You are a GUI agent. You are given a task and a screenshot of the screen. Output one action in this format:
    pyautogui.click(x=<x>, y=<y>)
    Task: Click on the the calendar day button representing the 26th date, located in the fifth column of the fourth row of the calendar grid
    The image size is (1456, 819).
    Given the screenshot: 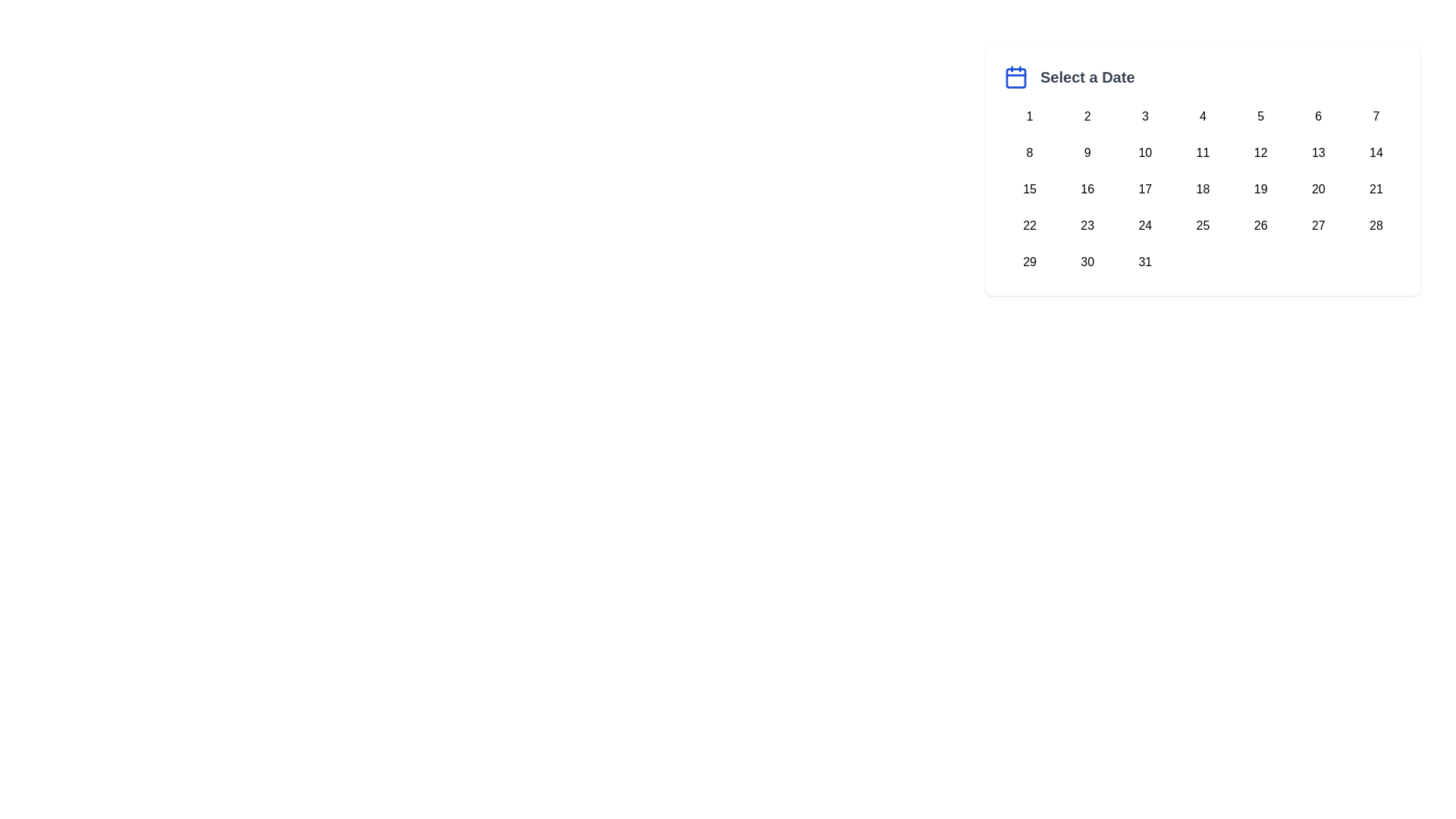 What is the action you would take?
    pyautogui.click(x=1260, y=225)
    